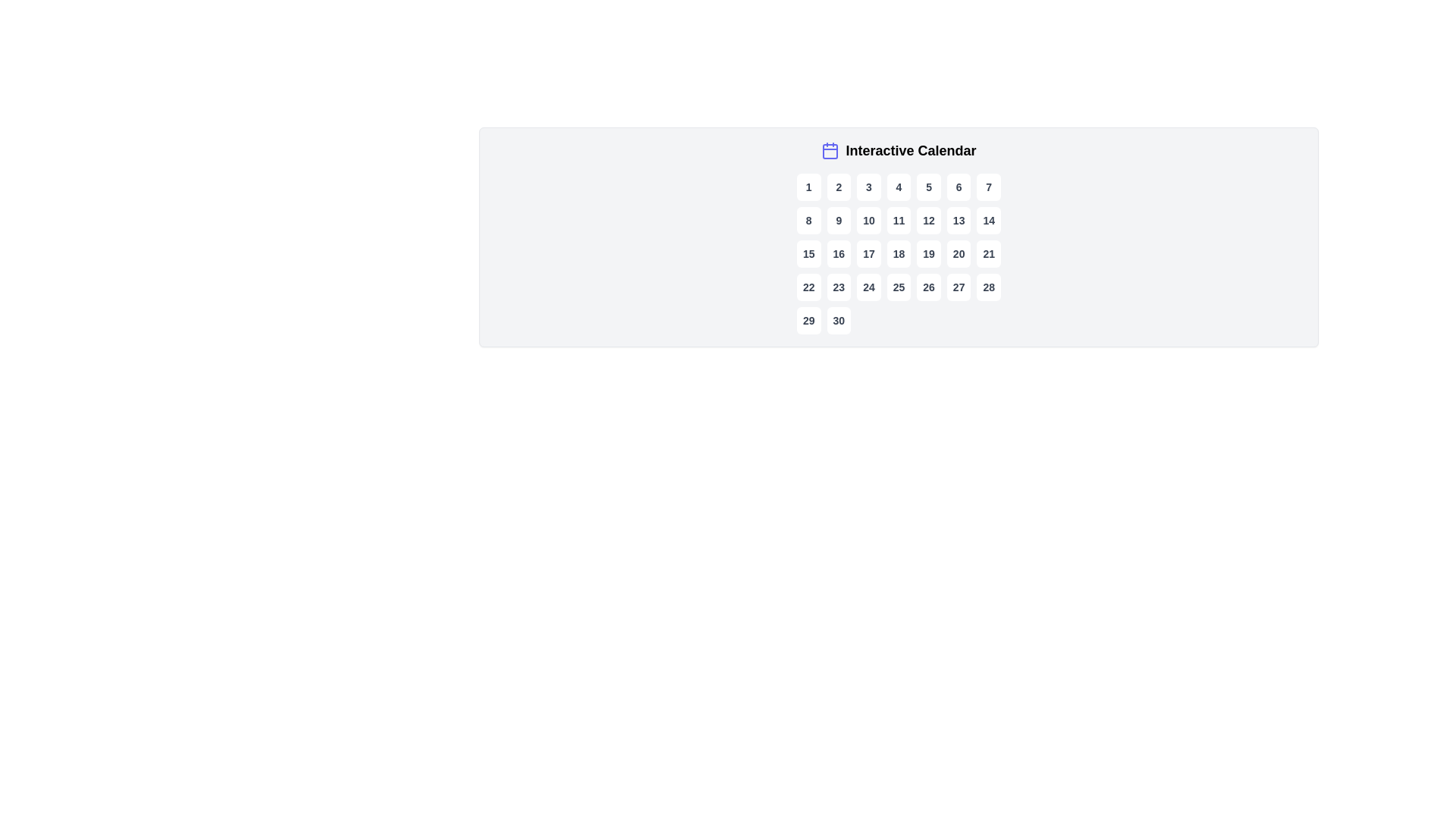  I want to click on the date button in the interactive calendar grid located beneath the 'Interactive Calendar' label, so click(899, 253).